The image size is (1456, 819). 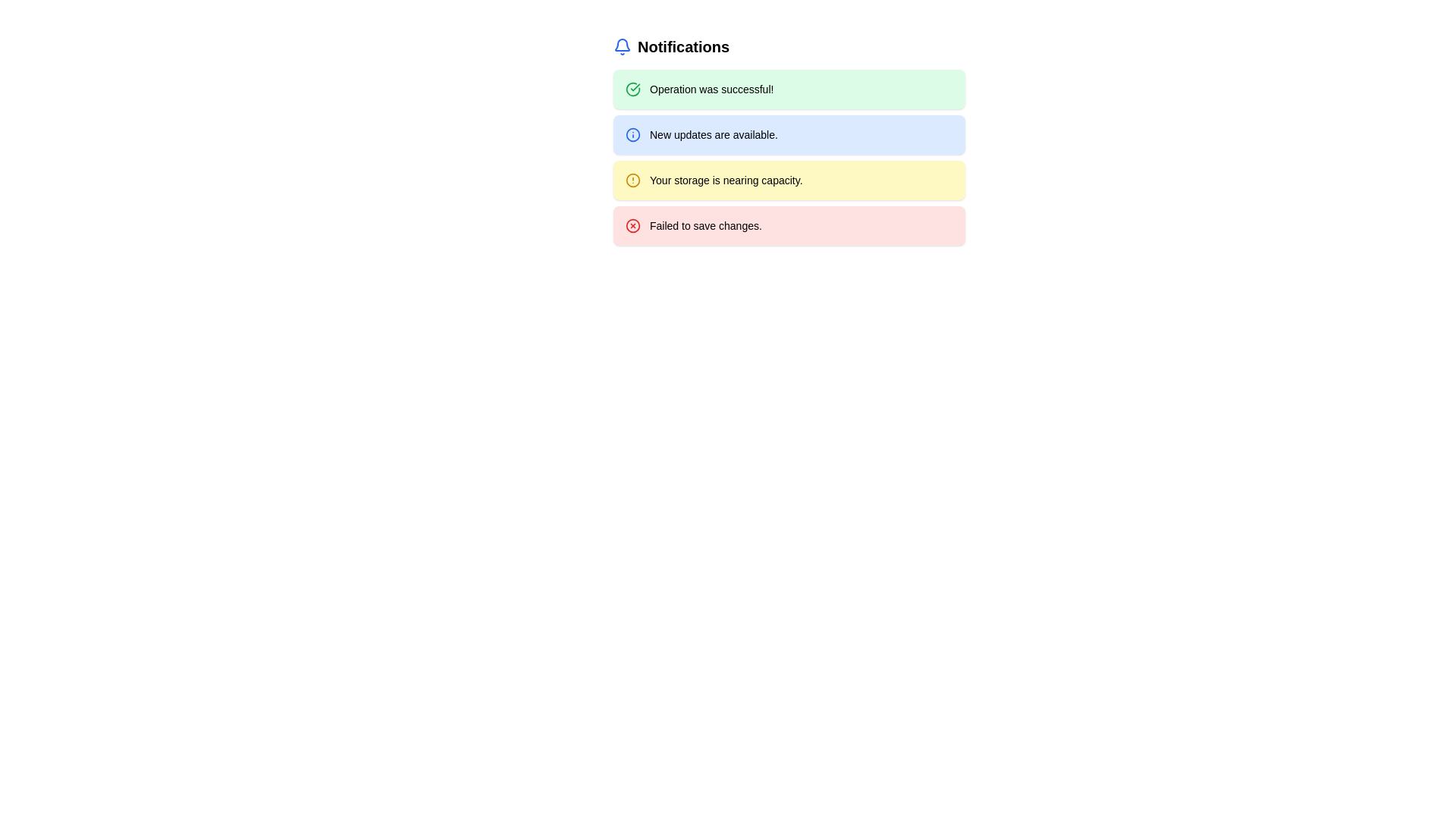 I want to click on error message displayed in the static text label located at the bottom-most notification card with a red background, positioned to the right of the error icon, so click(x=705, y=225).